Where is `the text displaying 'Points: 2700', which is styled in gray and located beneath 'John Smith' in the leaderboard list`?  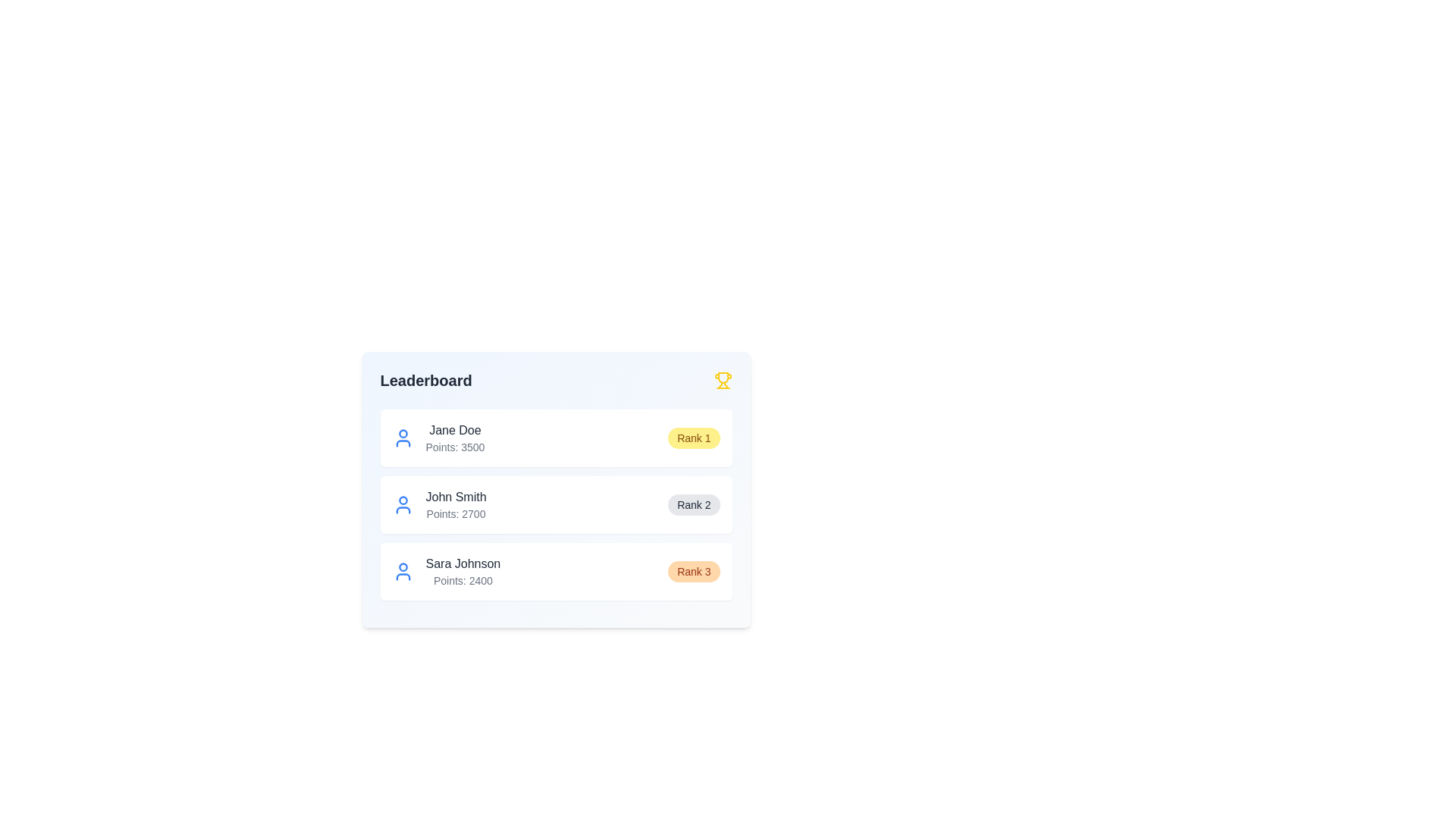
the text displaying 'Points: 2700', which is styled in gray and located beneath 'John Smith' in the leaderboard list is located at coordinates (455, 513).